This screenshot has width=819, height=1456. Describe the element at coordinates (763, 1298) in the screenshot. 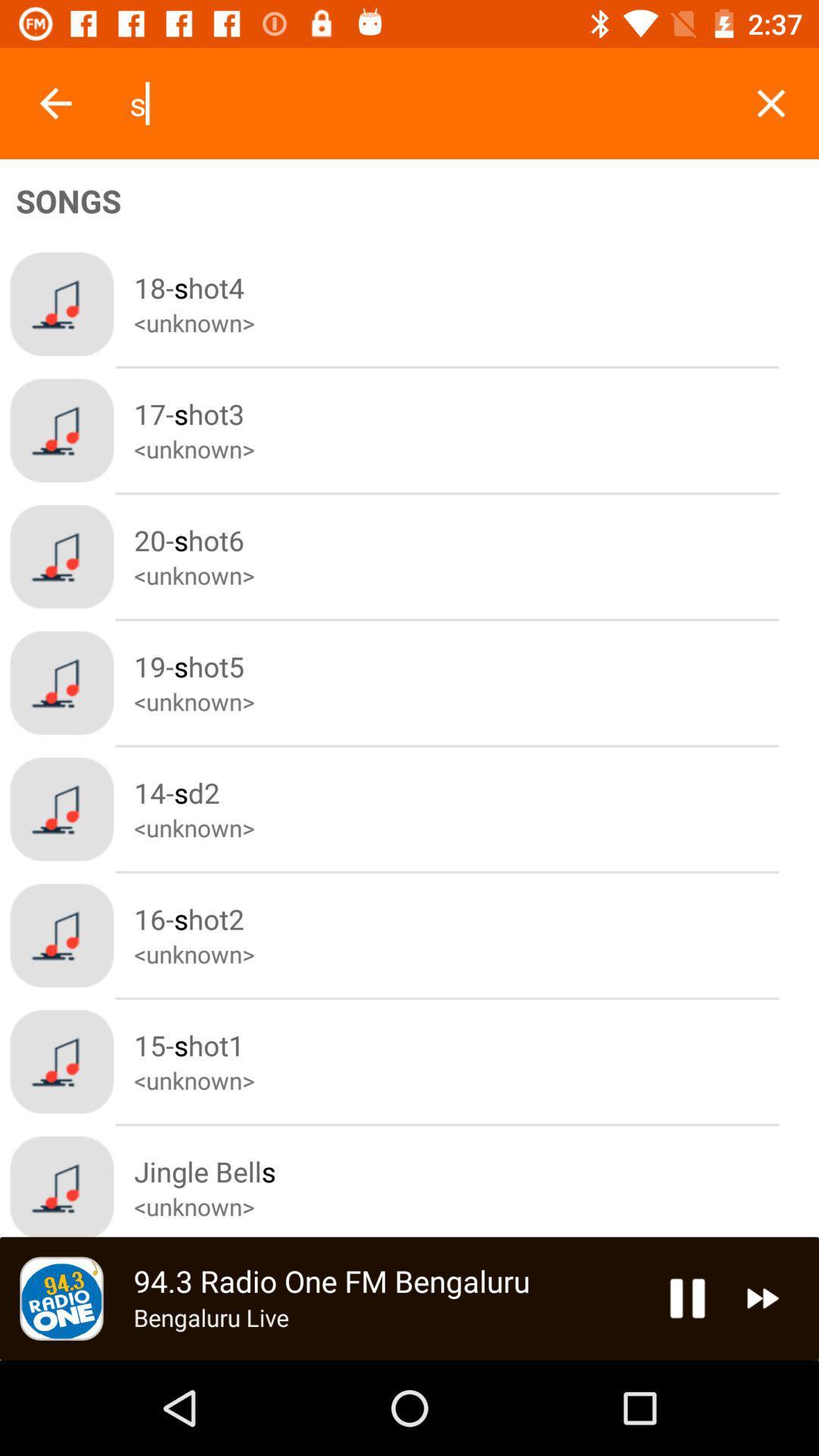

I see `the av_forward icon` at that location.